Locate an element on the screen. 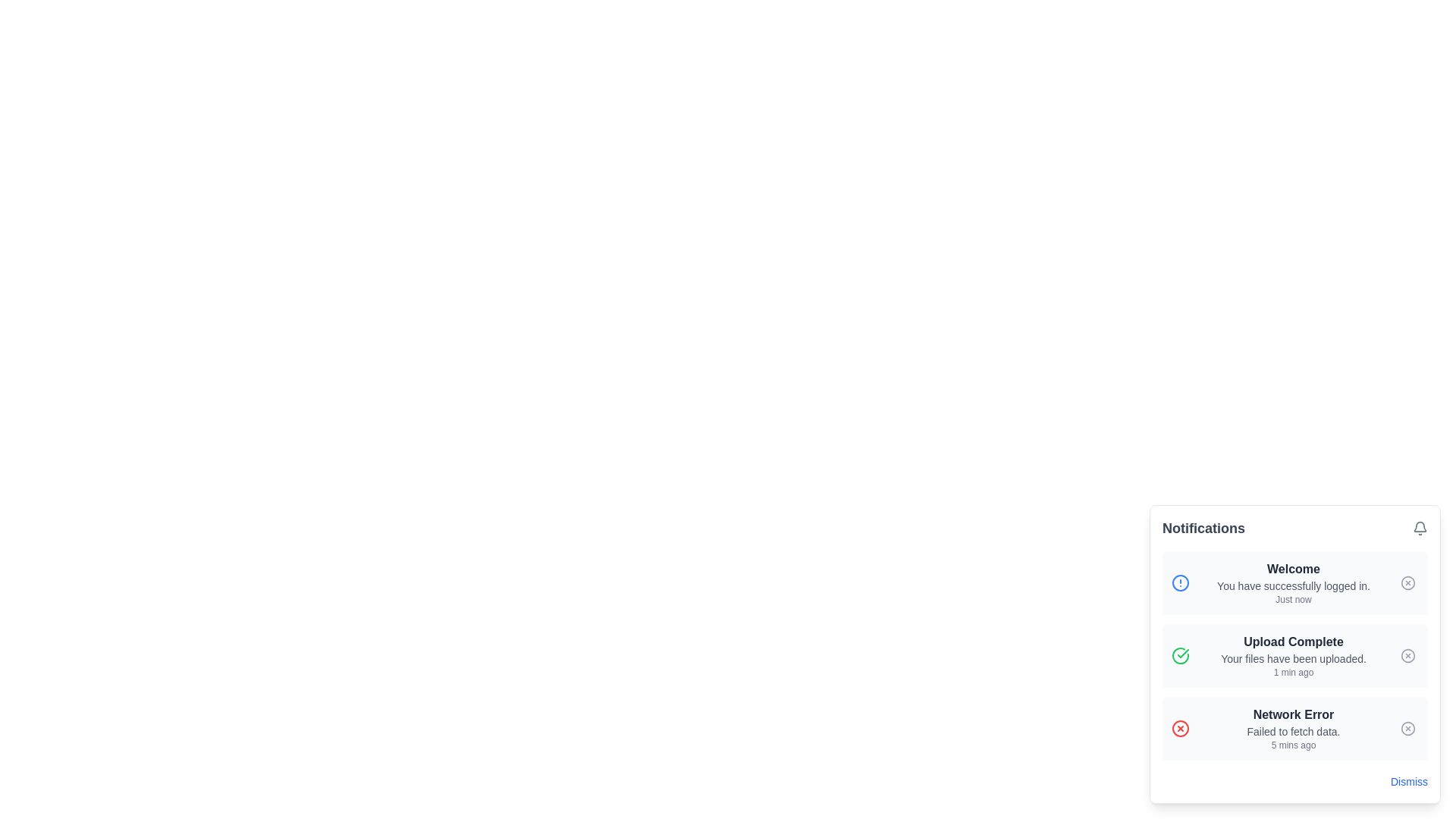 The height and width of the screenshot is (819, 1456). the small circular 'X' button icon located at the far-right side of the 'Network Error' notification entry in the dropdown notification menu is located at coordinates (1407, 727).